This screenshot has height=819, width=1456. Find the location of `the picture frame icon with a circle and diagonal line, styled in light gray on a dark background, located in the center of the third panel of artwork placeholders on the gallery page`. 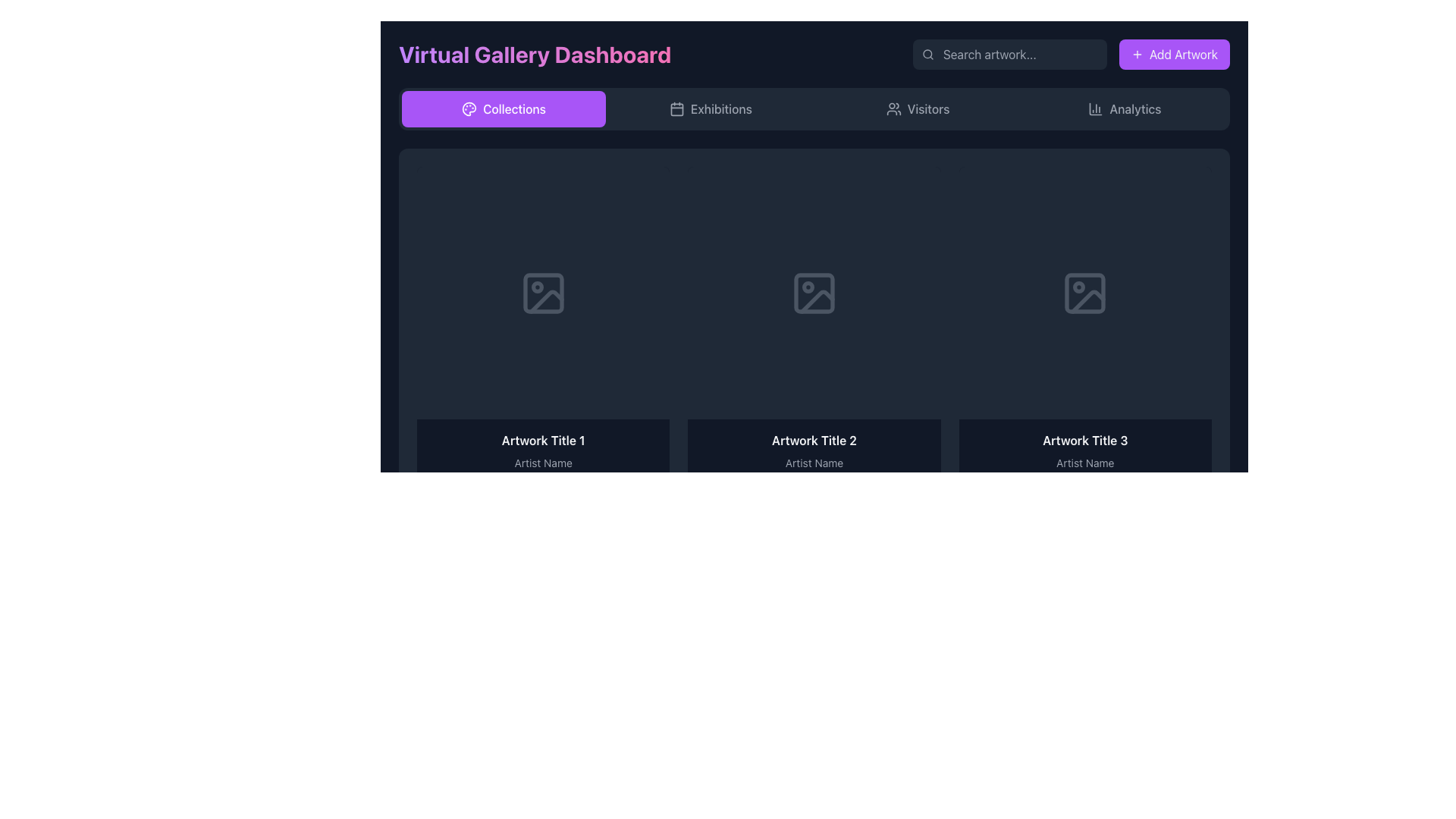

the picture frame icon with a circle and diagonal line, styled in light gray on a dark background, located in the center of the third panel of artwork placeholders on the gallery page is located at coordinates (1084, 293).